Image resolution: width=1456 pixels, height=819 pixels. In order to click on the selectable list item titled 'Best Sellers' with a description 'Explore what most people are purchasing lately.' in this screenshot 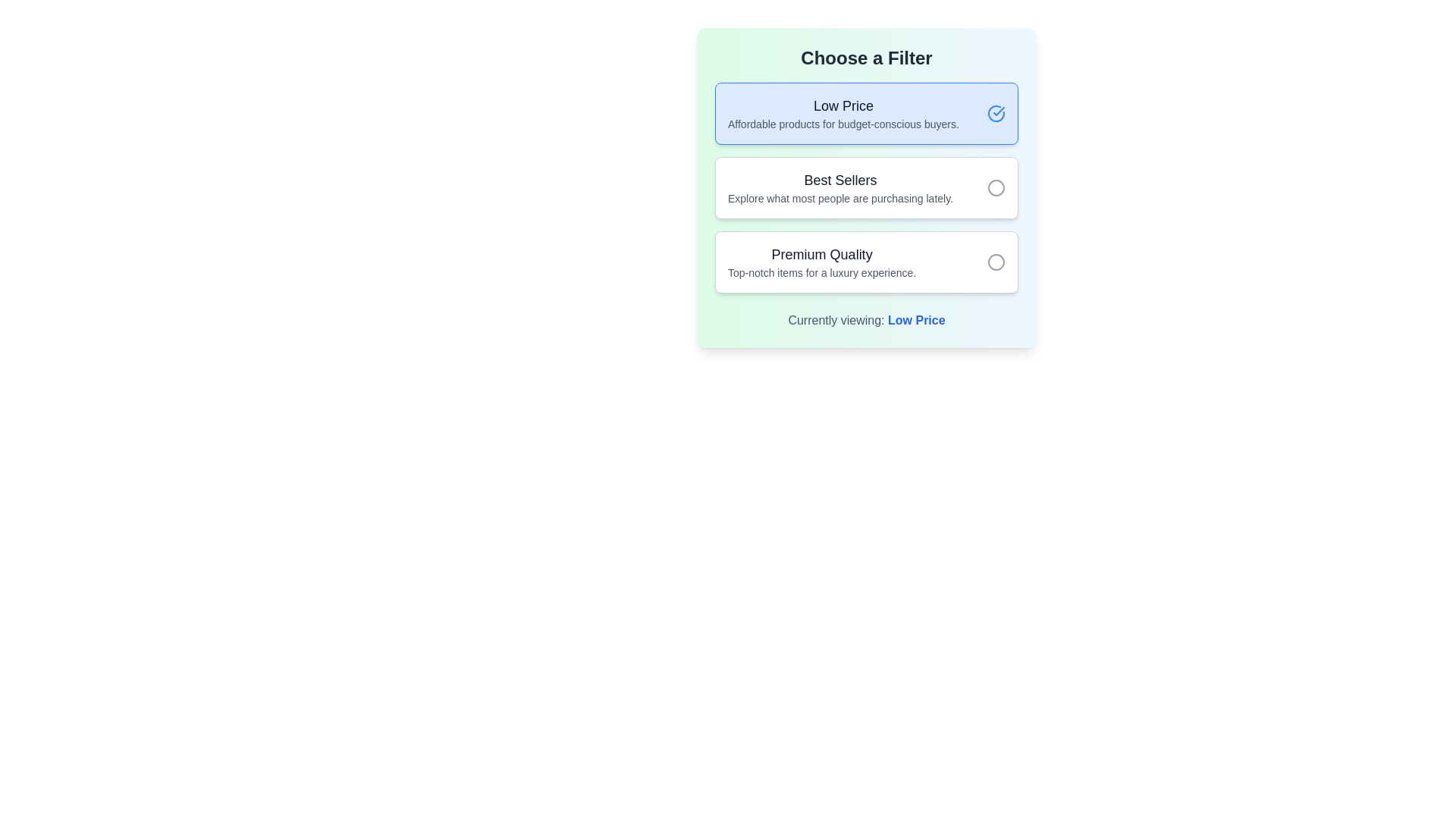, I will do `click(866, 187)`.